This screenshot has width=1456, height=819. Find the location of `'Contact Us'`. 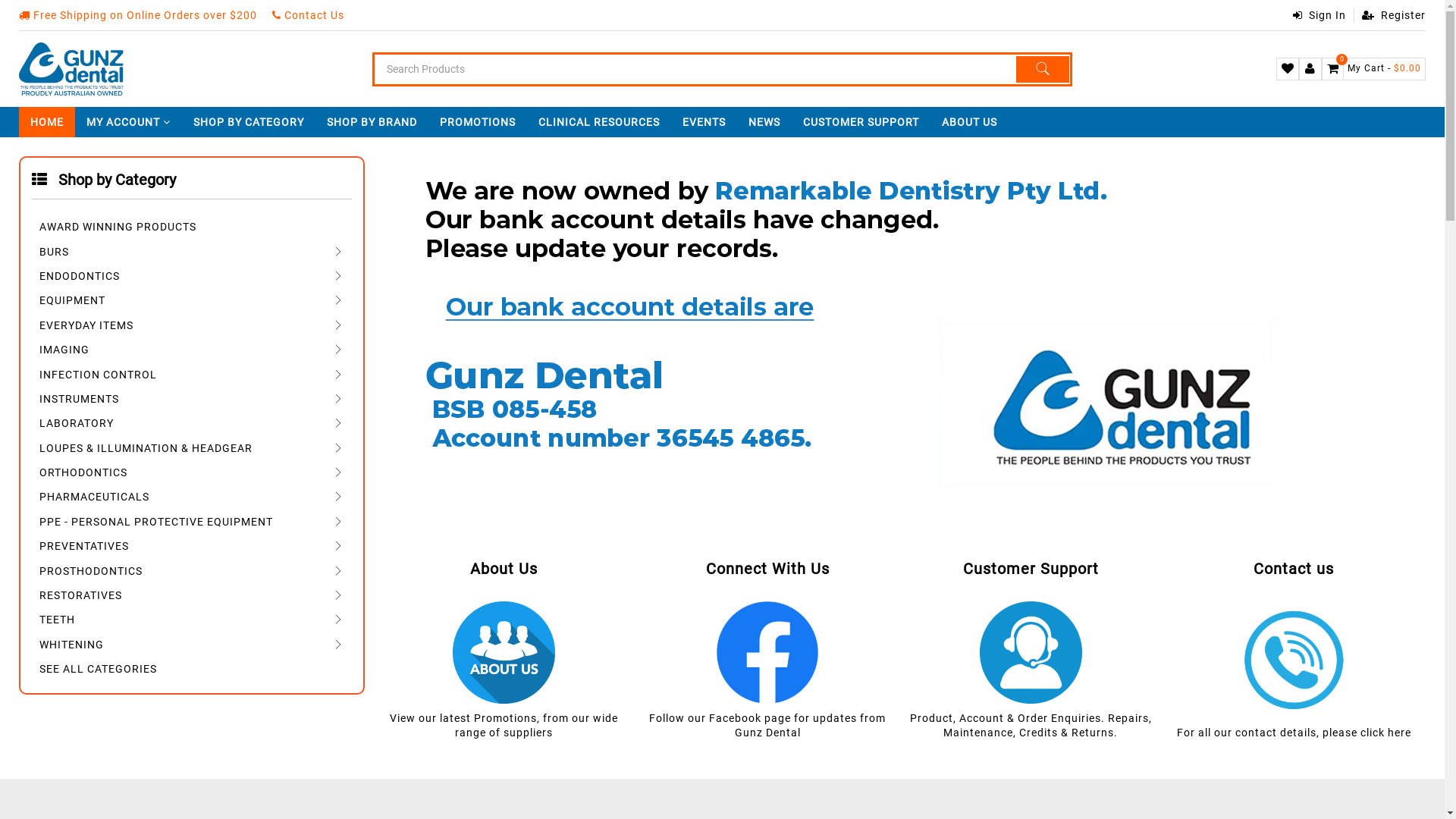

'Contact Us' is located at coordinates (307, 14).